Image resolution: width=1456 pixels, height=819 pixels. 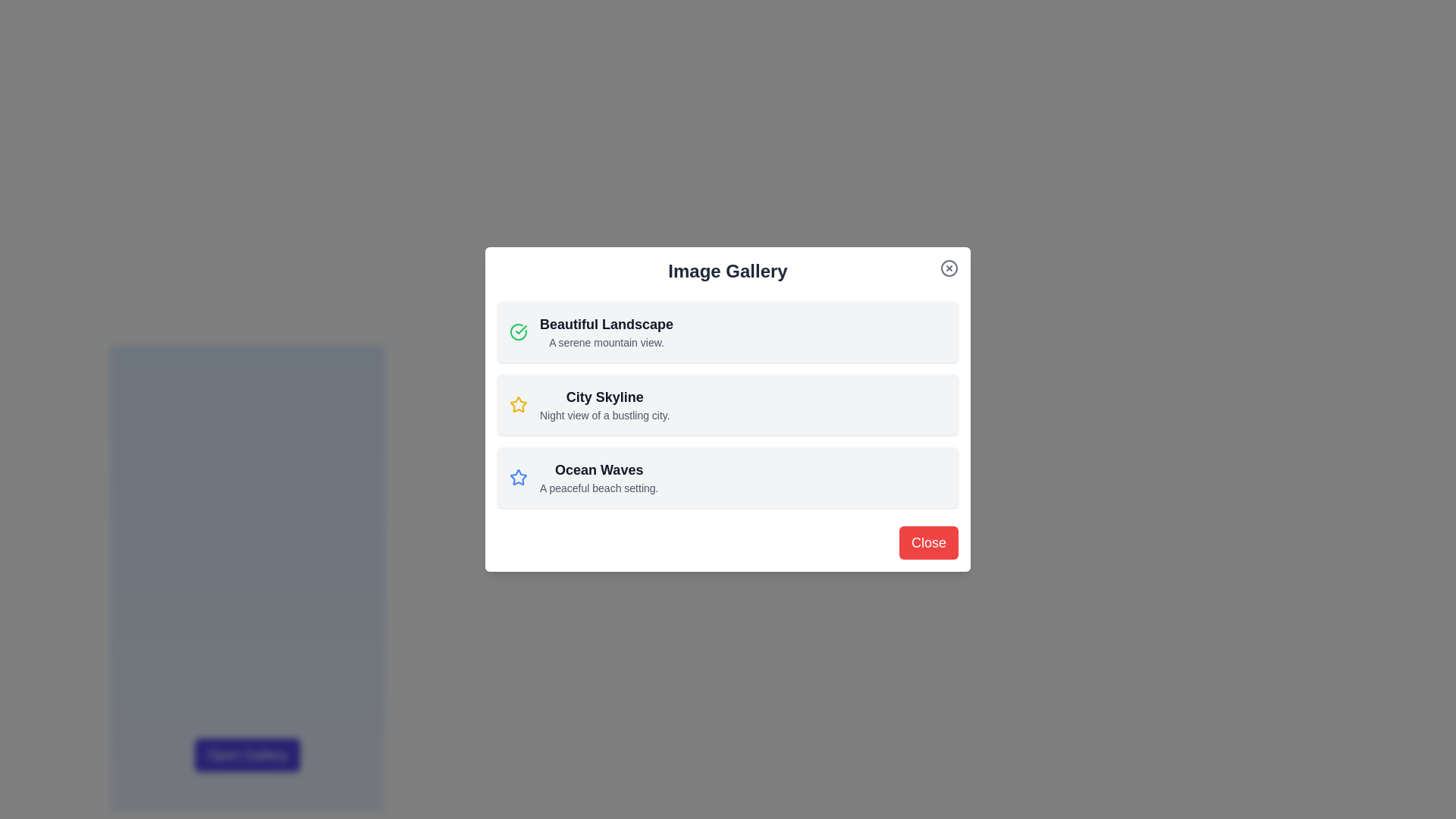 I want to click on the confirmation icon in the Image Gallery modal associated with the 'Beautiful Landscape' item, indicating a completed status, so click(x=521, y=329).